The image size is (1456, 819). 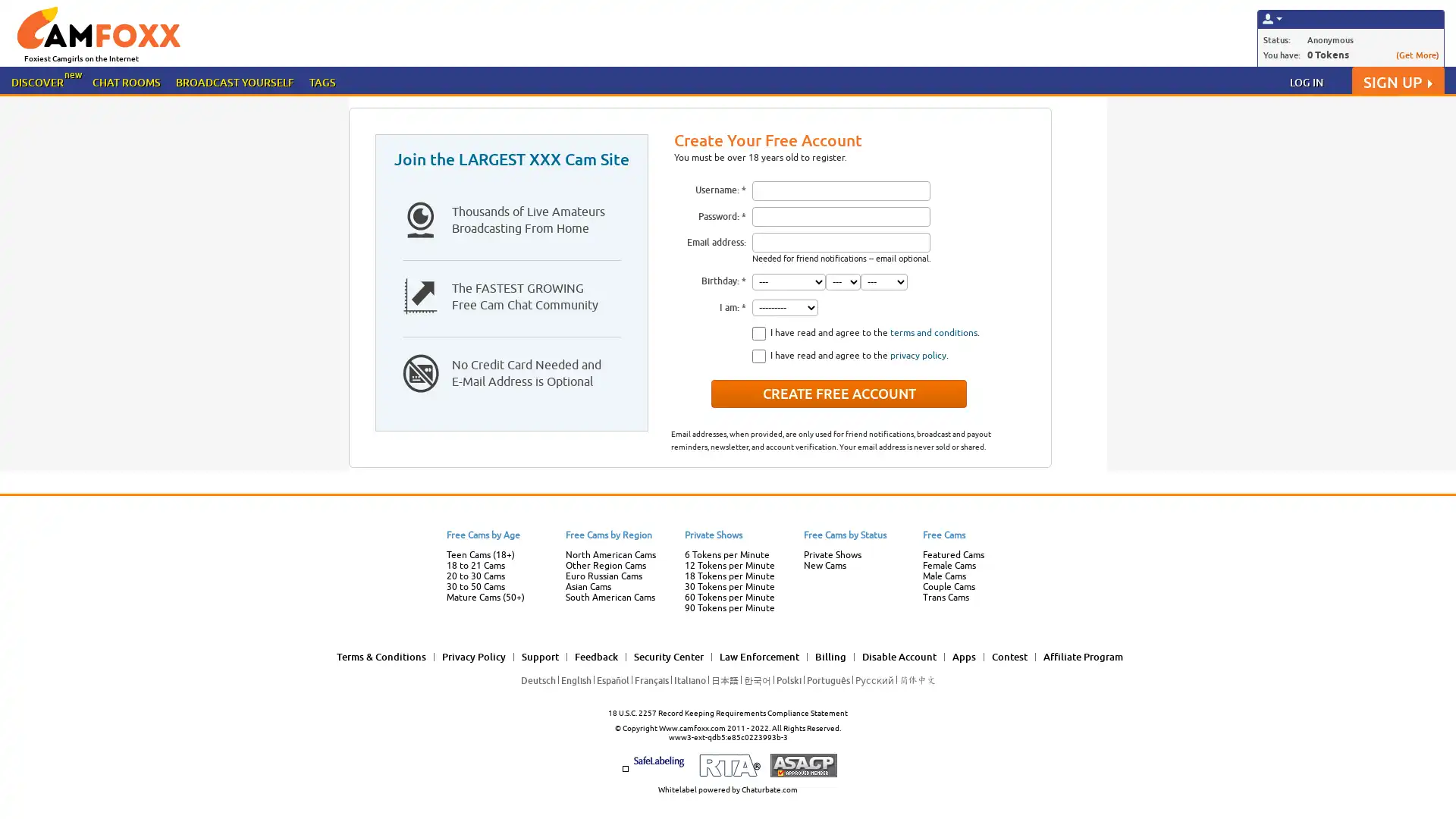 I want to click on Deutsch, so click(x=538, y=680).